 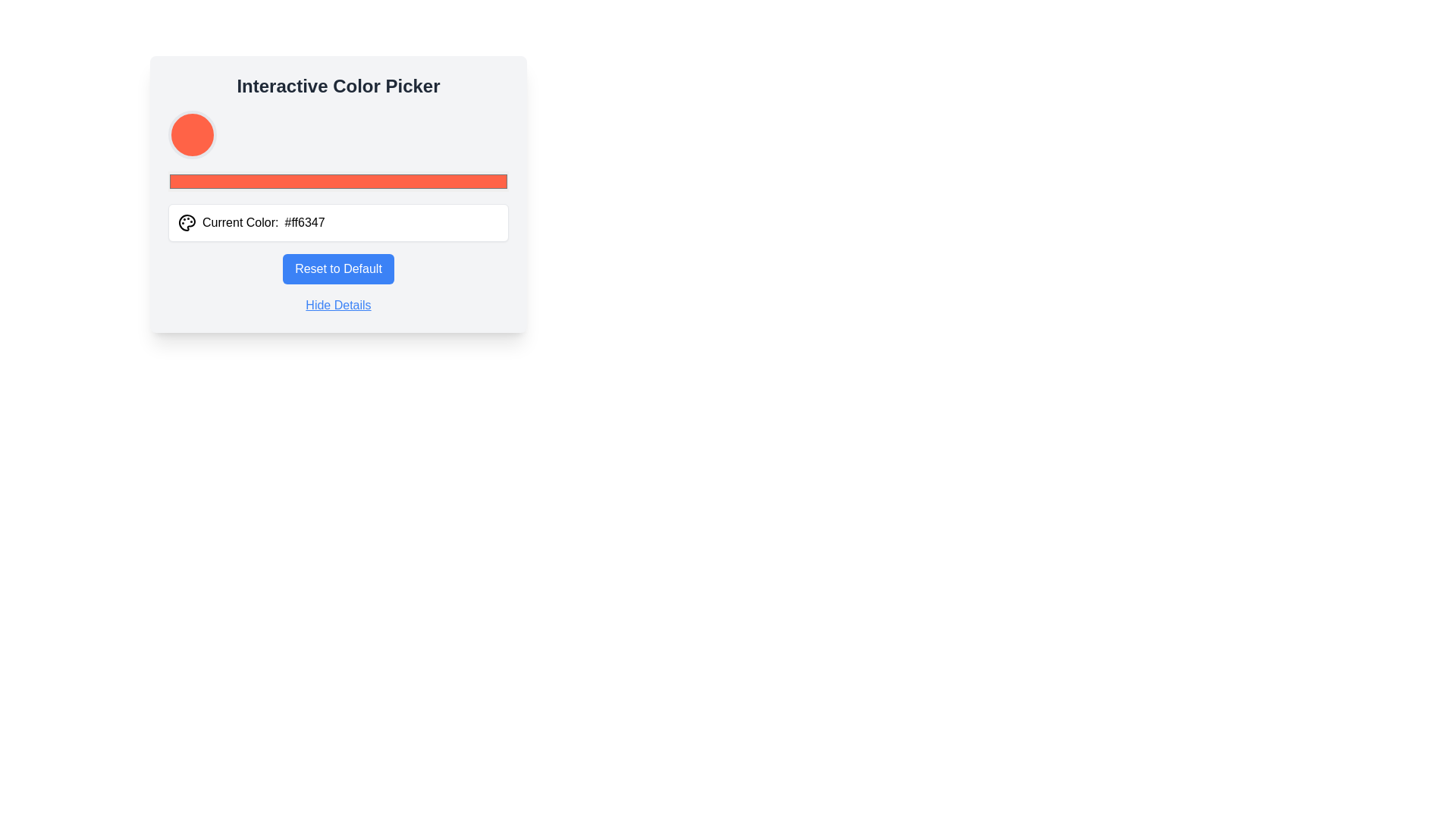 I want to click on the Color preview circle that indicates the currently selected color in the Interactive Color Picker interface, so click(x=192, y=133).